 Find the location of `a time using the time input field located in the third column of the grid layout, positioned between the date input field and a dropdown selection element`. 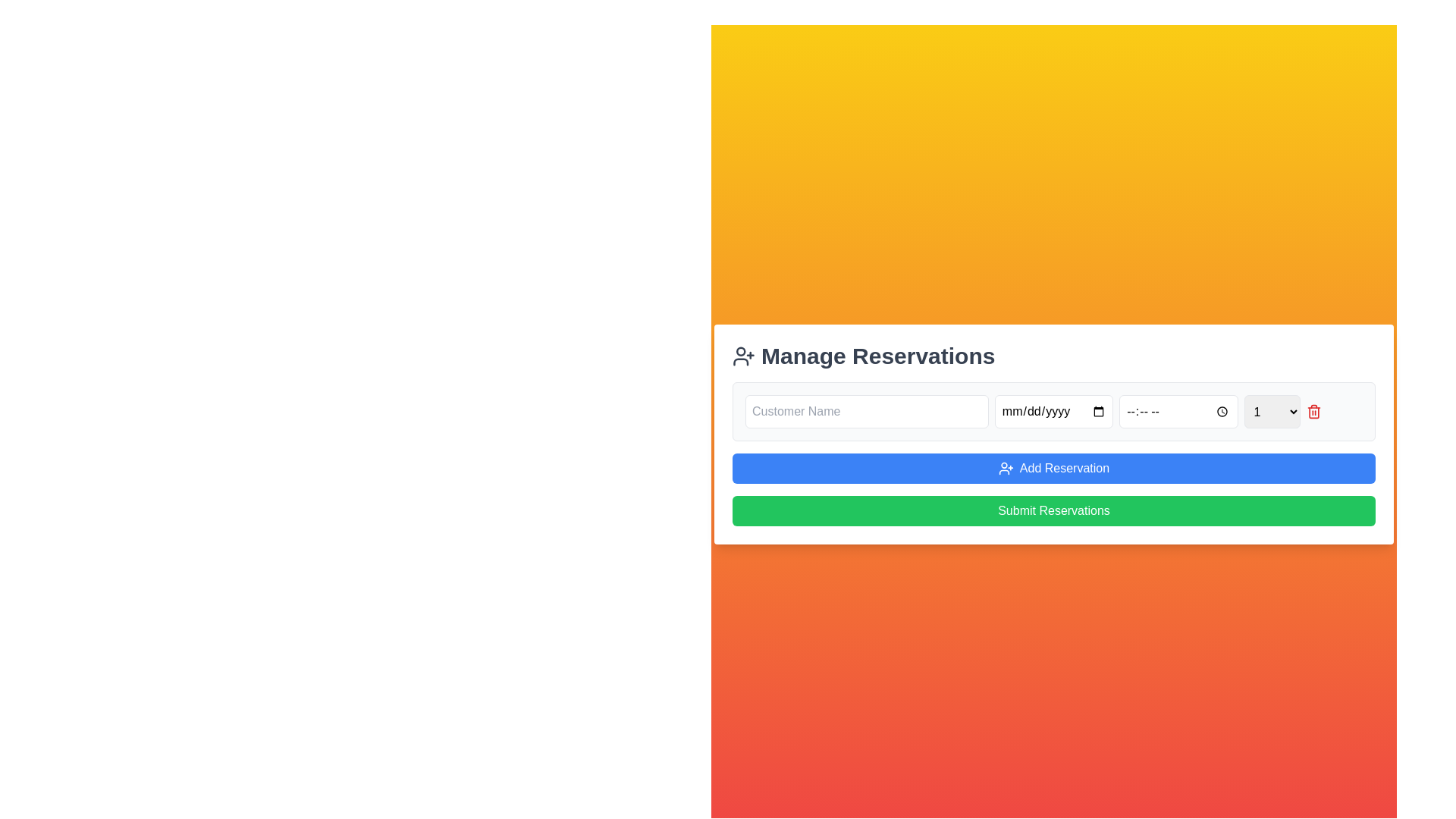

a time using the time input field located in the third column of the grid layout, positioned between the date input field and a dropdown selection element is located at coordinates (1178, 412).